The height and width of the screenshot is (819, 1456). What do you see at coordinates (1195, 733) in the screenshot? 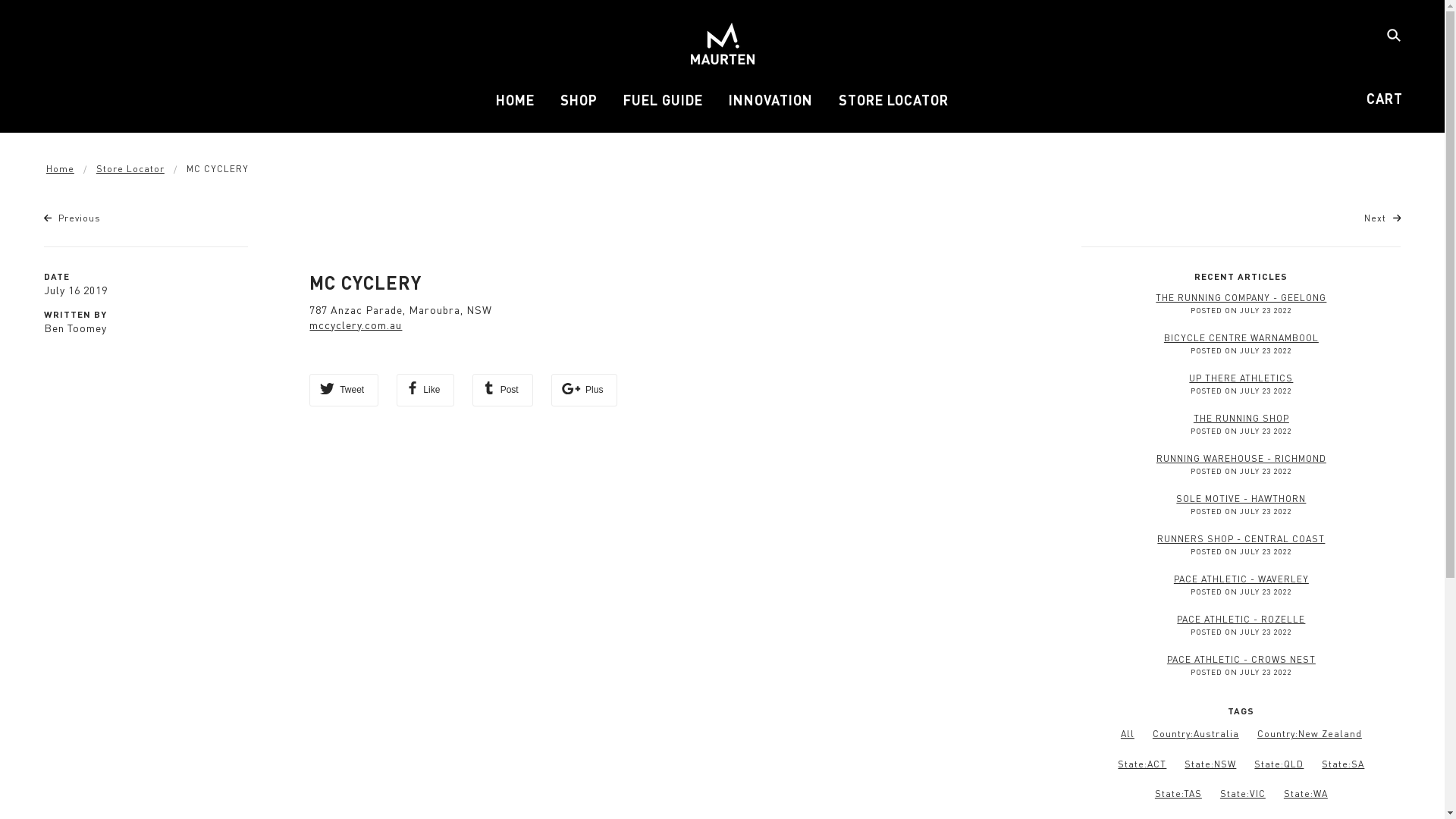
I see `'Country:Australia'` at bounding box center [1195, 733].